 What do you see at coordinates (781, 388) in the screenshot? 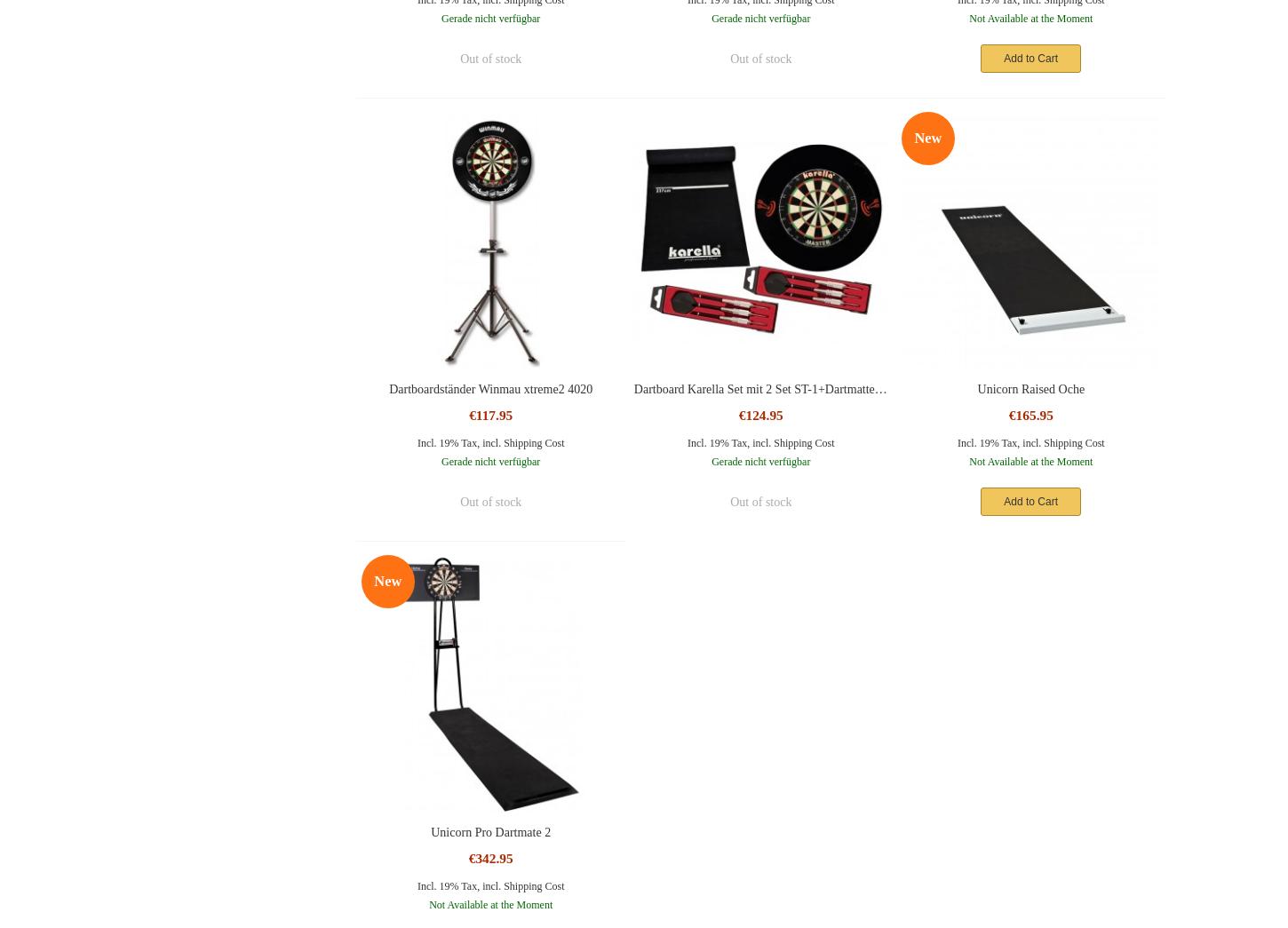
I see `'Dartboard Karella Set mit 2 Set  ST-1+Dartmatte+Catchring'` at bounding box center [781, 388].